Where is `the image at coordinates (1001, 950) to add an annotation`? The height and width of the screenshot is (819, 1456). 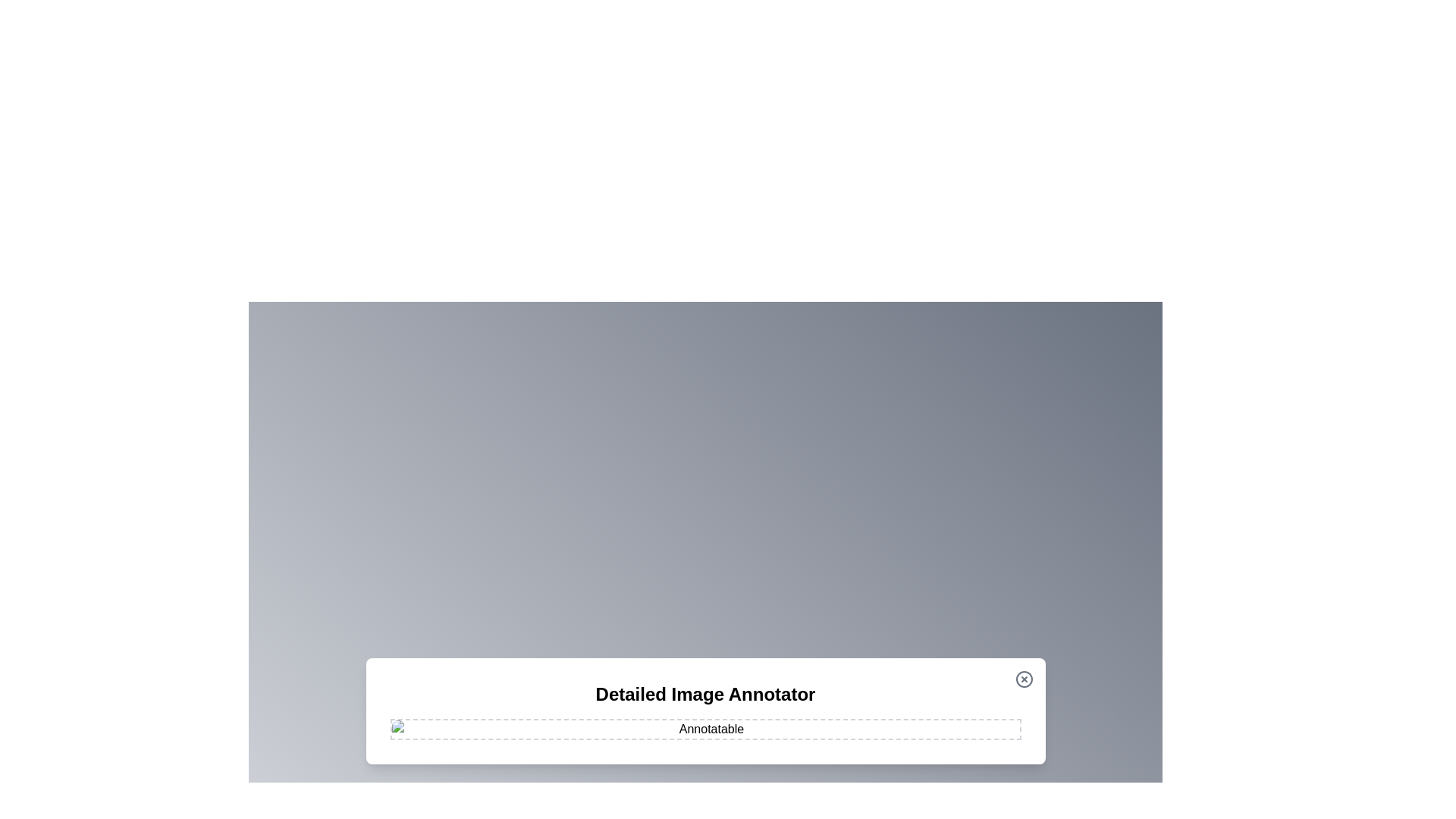 the image at coordinates (1001, 950) to add an annotation is located at coordinates (759, 719).